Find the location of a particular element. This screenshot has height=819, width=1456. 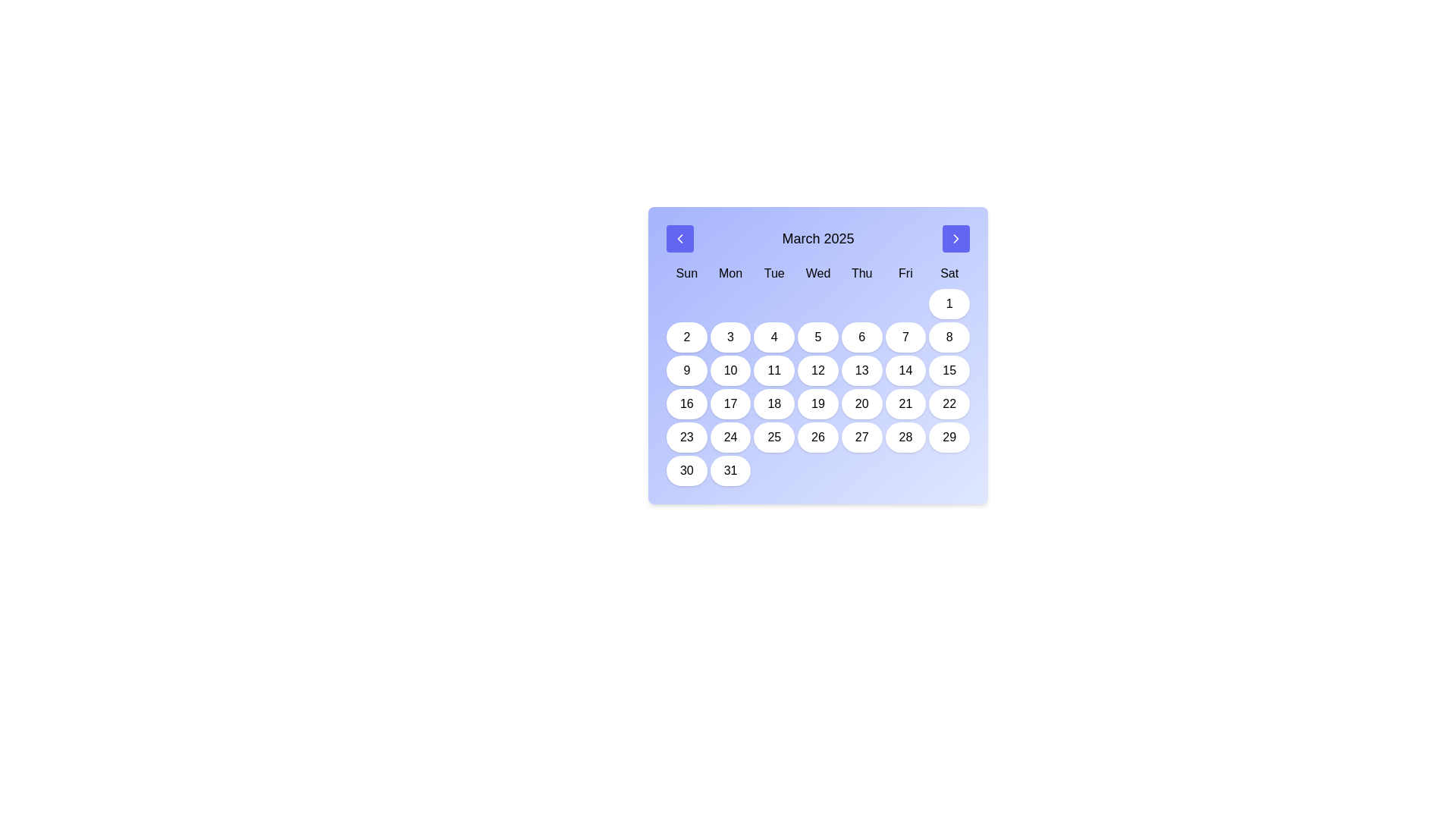

the navigation button with an icon located at the top-right corner of the calendar interface to move to the next month is located at coordinates (955, 239).